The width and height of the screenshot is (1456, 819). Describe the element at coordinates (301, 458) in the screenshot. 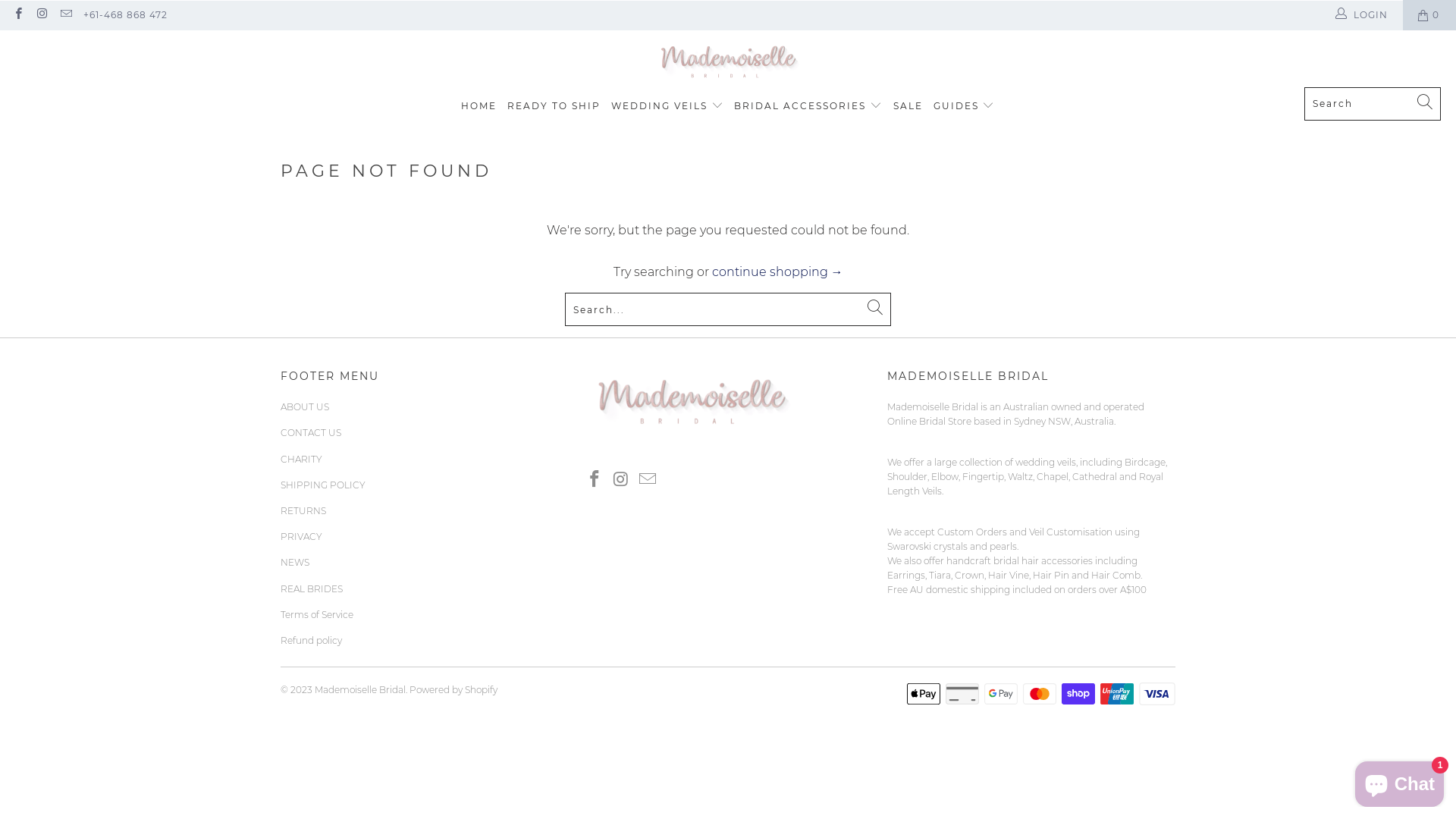

I see `'CHARITY'` at that location.